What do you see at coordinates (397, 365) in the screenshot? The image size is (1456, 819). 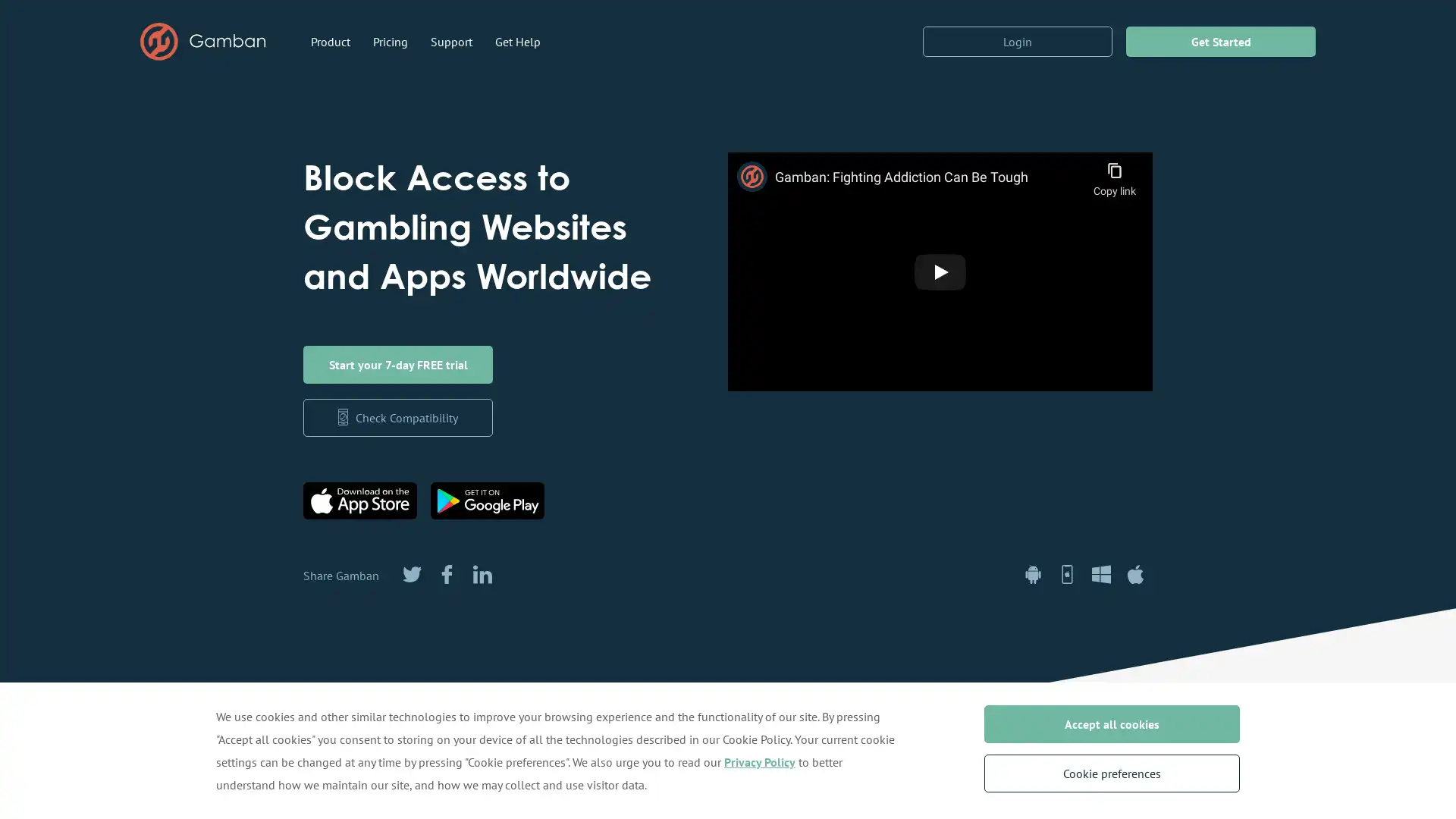 I see `Start Trial` at bounding box center [397, 365].